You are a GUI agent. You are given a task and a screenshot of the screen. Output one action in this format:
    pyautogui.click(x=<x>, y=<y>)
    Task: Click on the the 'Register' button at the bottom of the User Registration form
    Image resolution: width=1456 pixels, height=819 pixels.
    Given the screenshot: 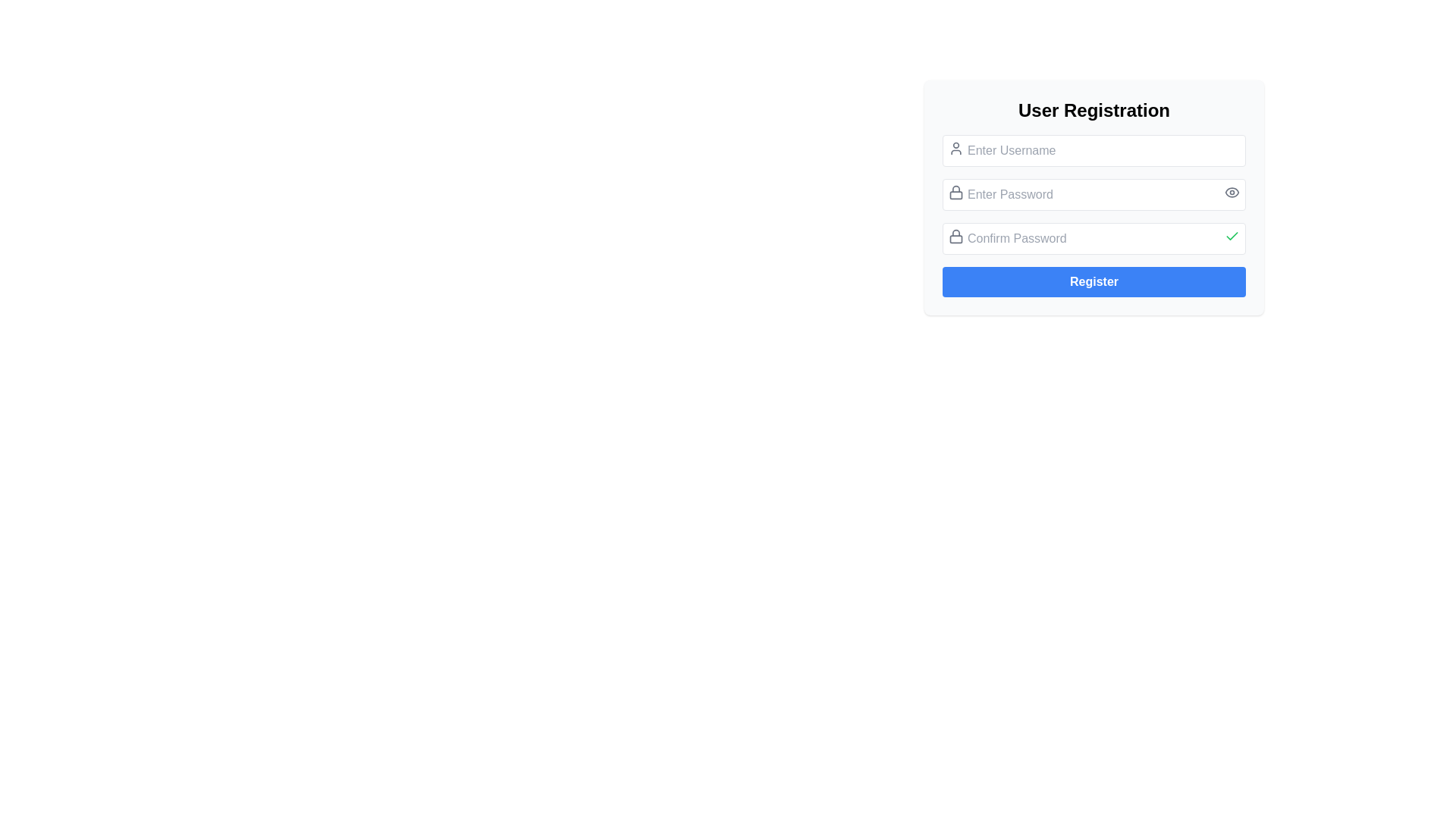 What is the action you would take?
    pyautogui.click(x=1094, y=281)
    